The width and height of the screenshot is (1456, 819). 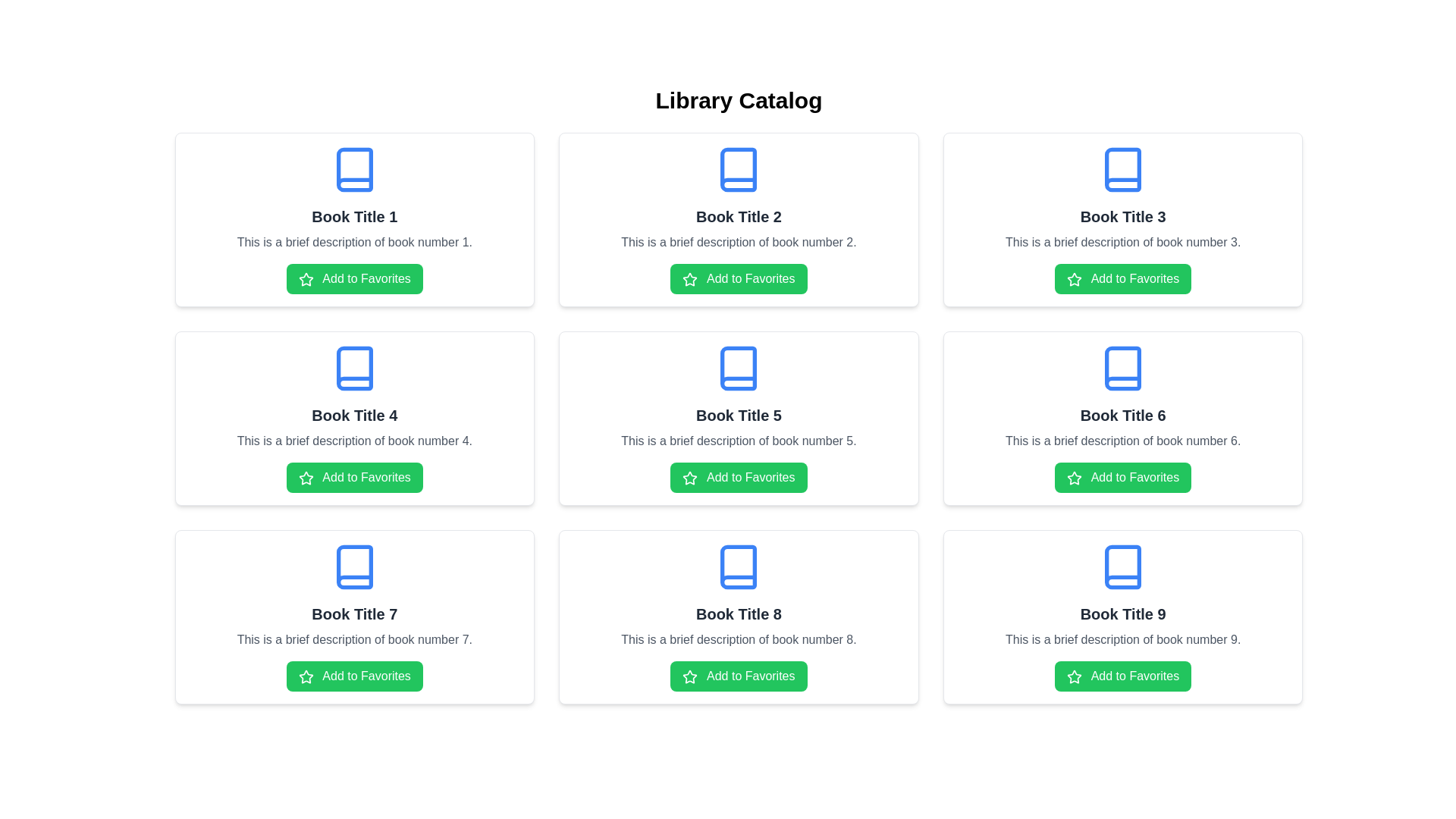 I want to click on the green rectangular button labeled 'Add to Favorites' with a star icon on the left to observe the hover effect, so click(x=1123, y=278).